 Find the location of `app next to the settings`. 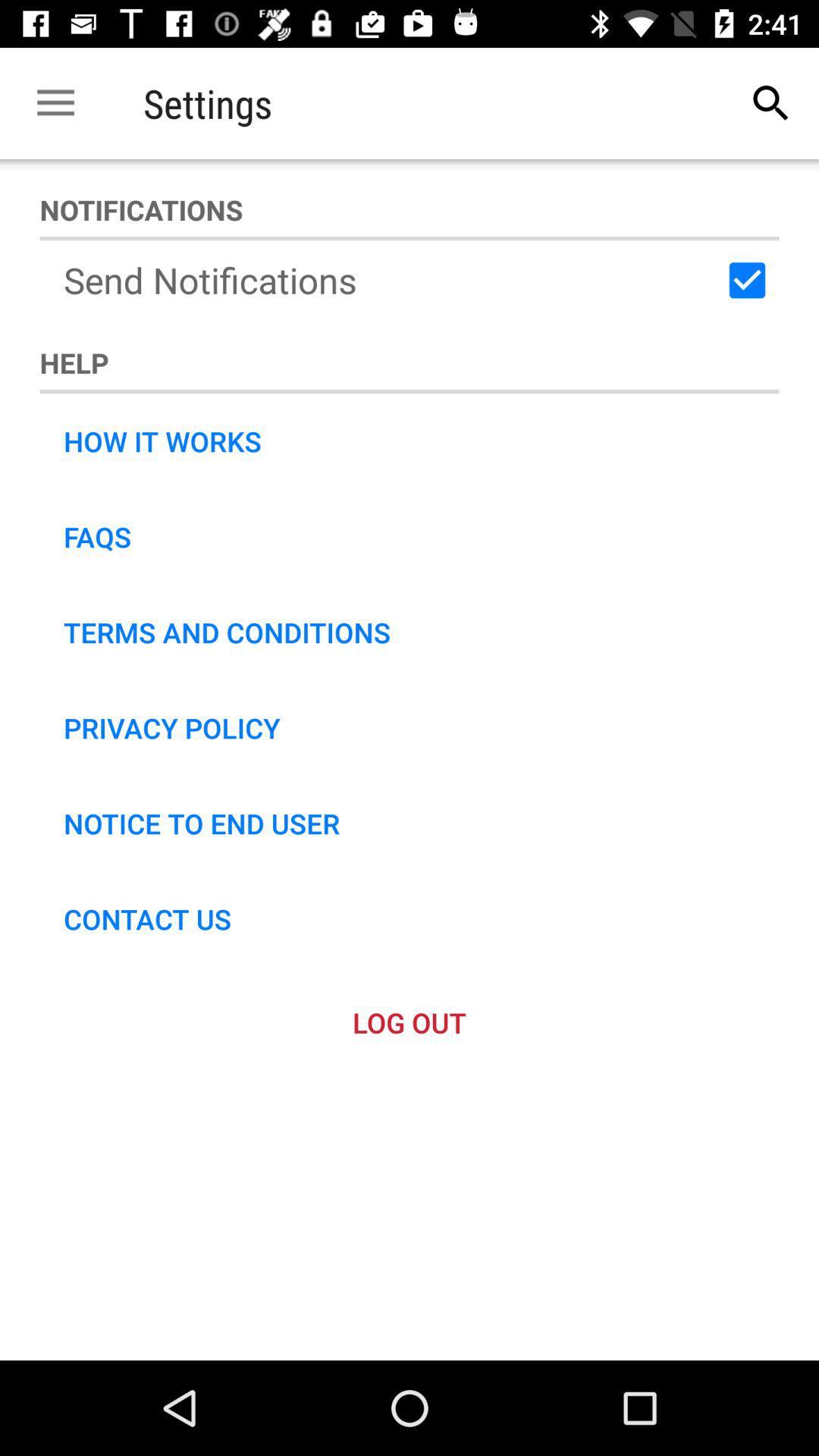

app next to the settings is located at coordinates (771, 102).